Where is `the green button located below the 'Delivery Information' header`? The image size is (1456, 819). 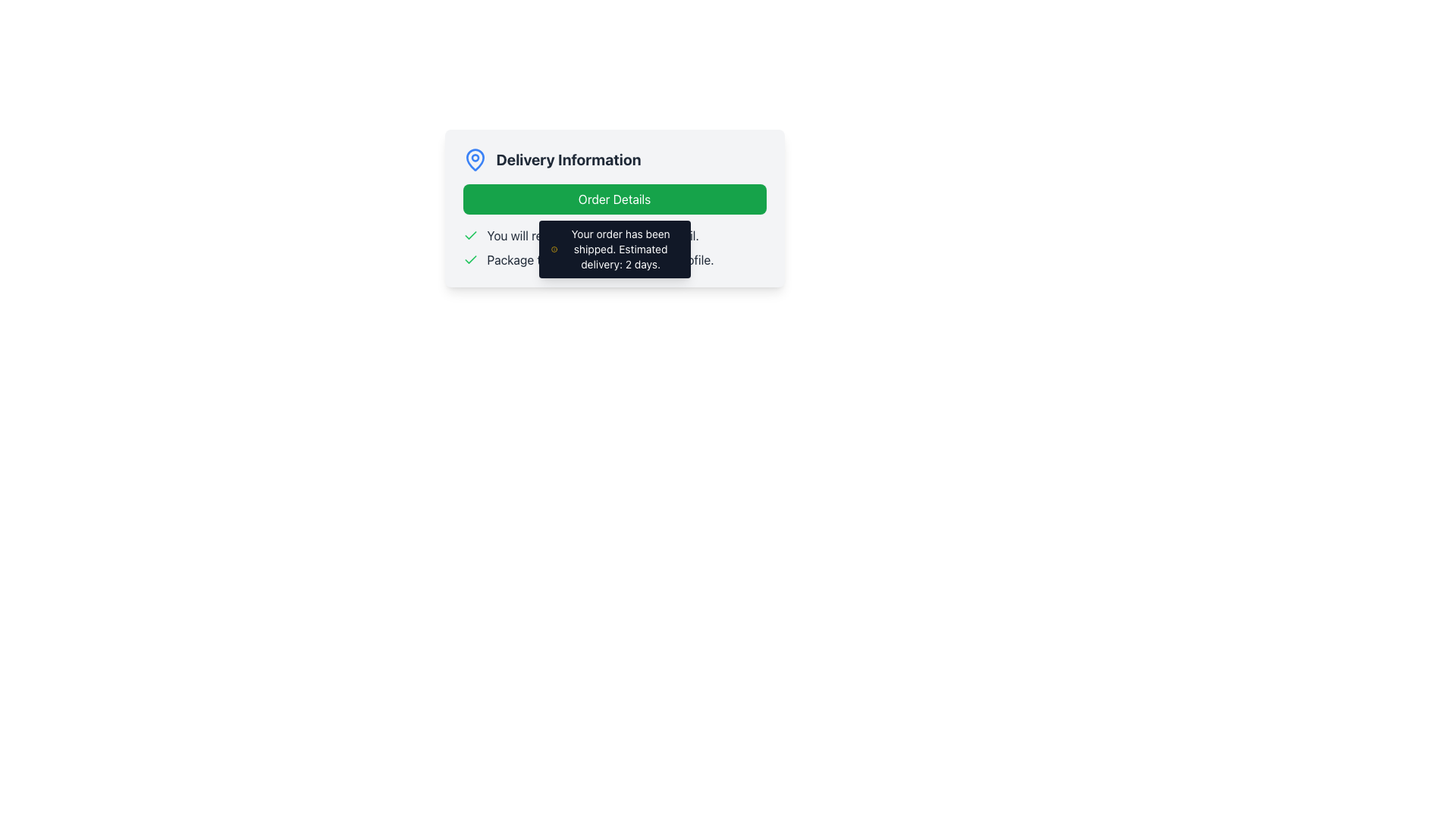 the green button located below the 'Delivery Information' header is located at coordinates (614, 198).